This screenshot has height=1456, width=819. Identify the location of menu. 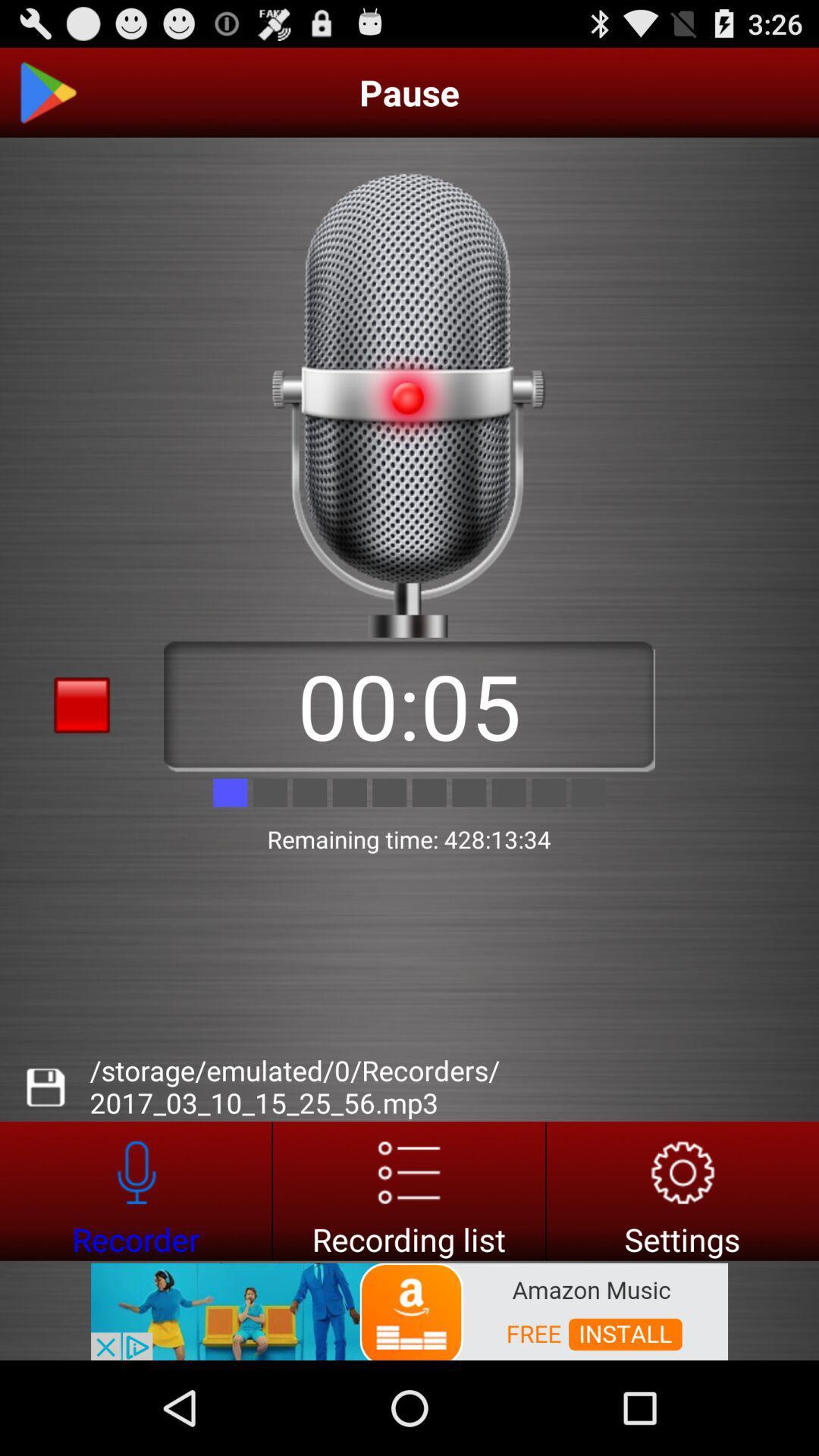
(408, 1190).